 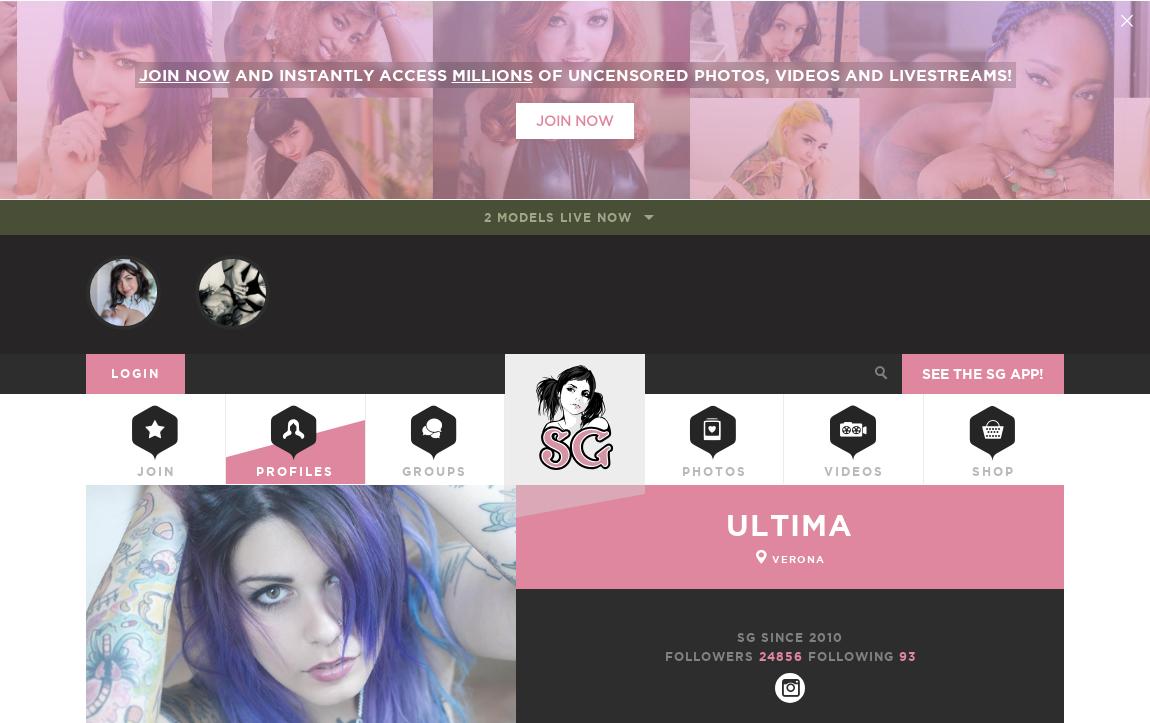 I want to click on 'Join Now', so click(x=575, y=119).